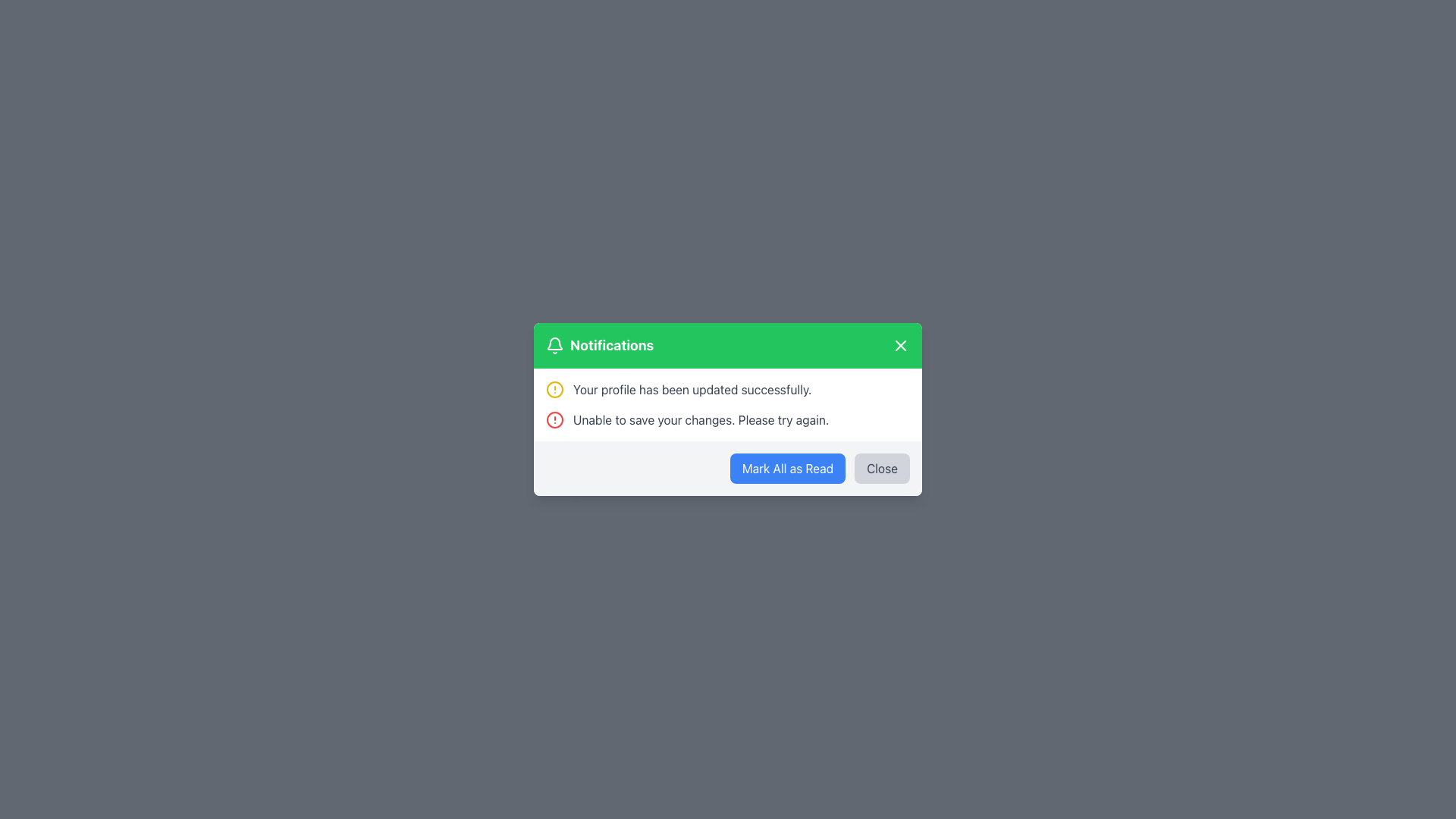 The image size is (1456, 819). I want to click on the yellow circular vector graphic within the caution icon, located before the text 'Unable to save your changes. Please try again.', so click(554, 388).